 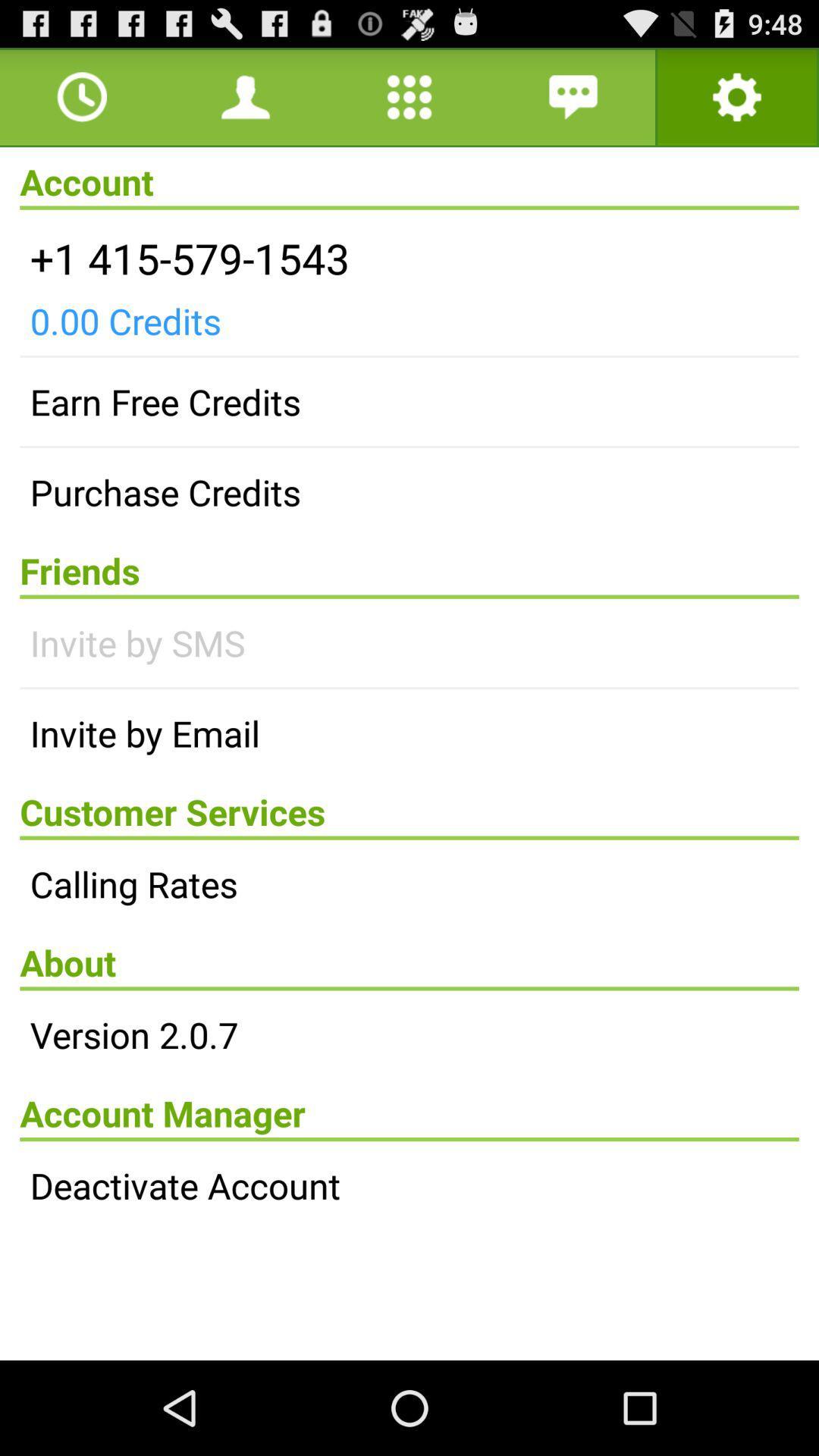 What do you see at coordinates (409, 883) in the screenshot?
I see `the calling rates icon` at bounding box center [409, 883].